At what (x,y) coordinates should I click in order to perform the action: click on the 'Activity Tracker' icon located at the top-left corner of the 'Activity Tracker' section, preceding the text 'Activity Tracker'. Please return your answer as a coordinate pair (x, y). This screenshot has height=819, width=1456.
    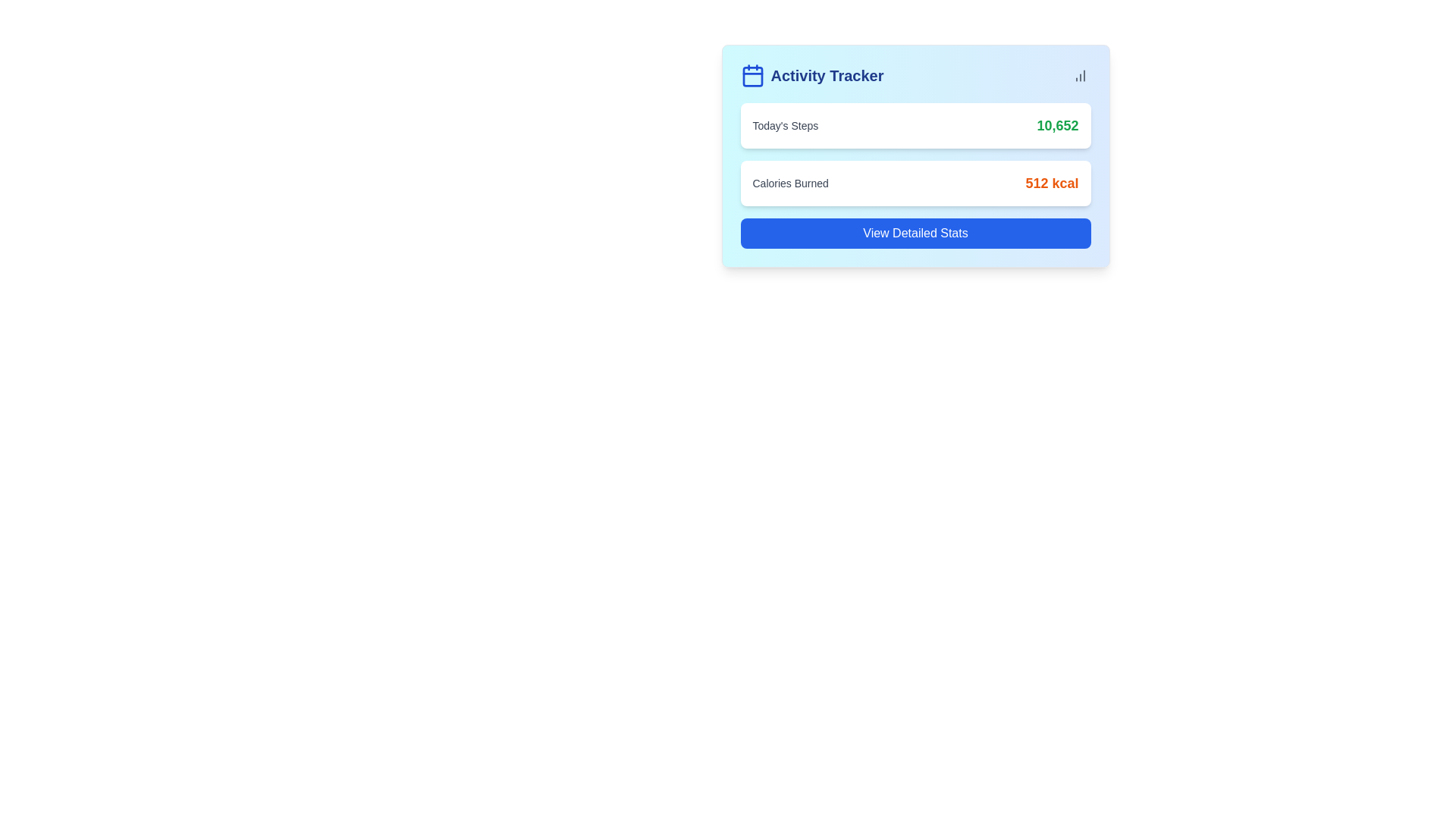
    Looking at the image, I should click on (752, 76).